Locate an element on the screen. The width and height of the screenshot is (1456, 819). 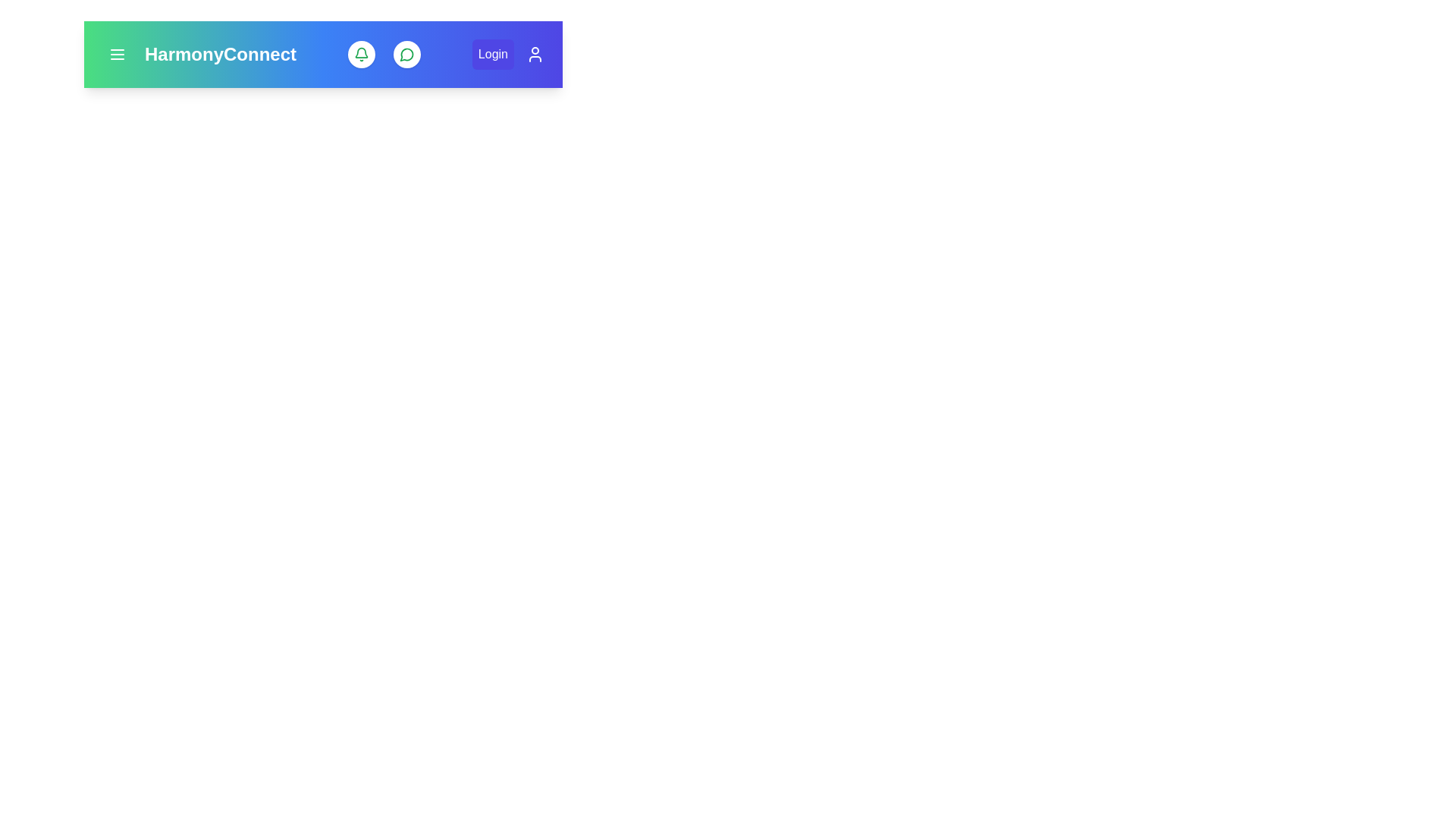
MessageCircle icon to view messages is located at coordinates (407, 54).